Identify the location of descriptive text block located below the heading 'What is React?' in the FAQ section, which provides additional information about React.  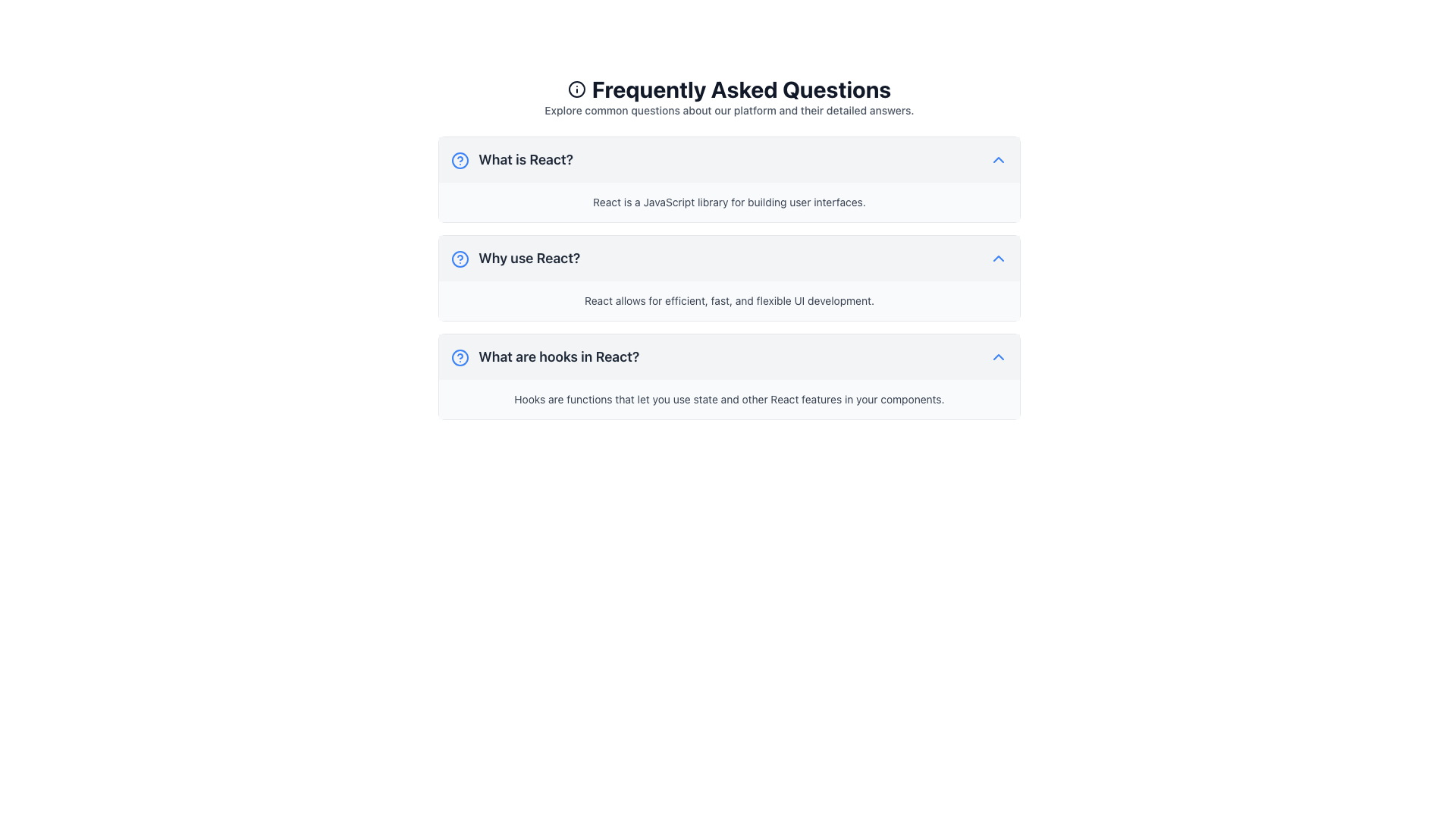
(729, 201).